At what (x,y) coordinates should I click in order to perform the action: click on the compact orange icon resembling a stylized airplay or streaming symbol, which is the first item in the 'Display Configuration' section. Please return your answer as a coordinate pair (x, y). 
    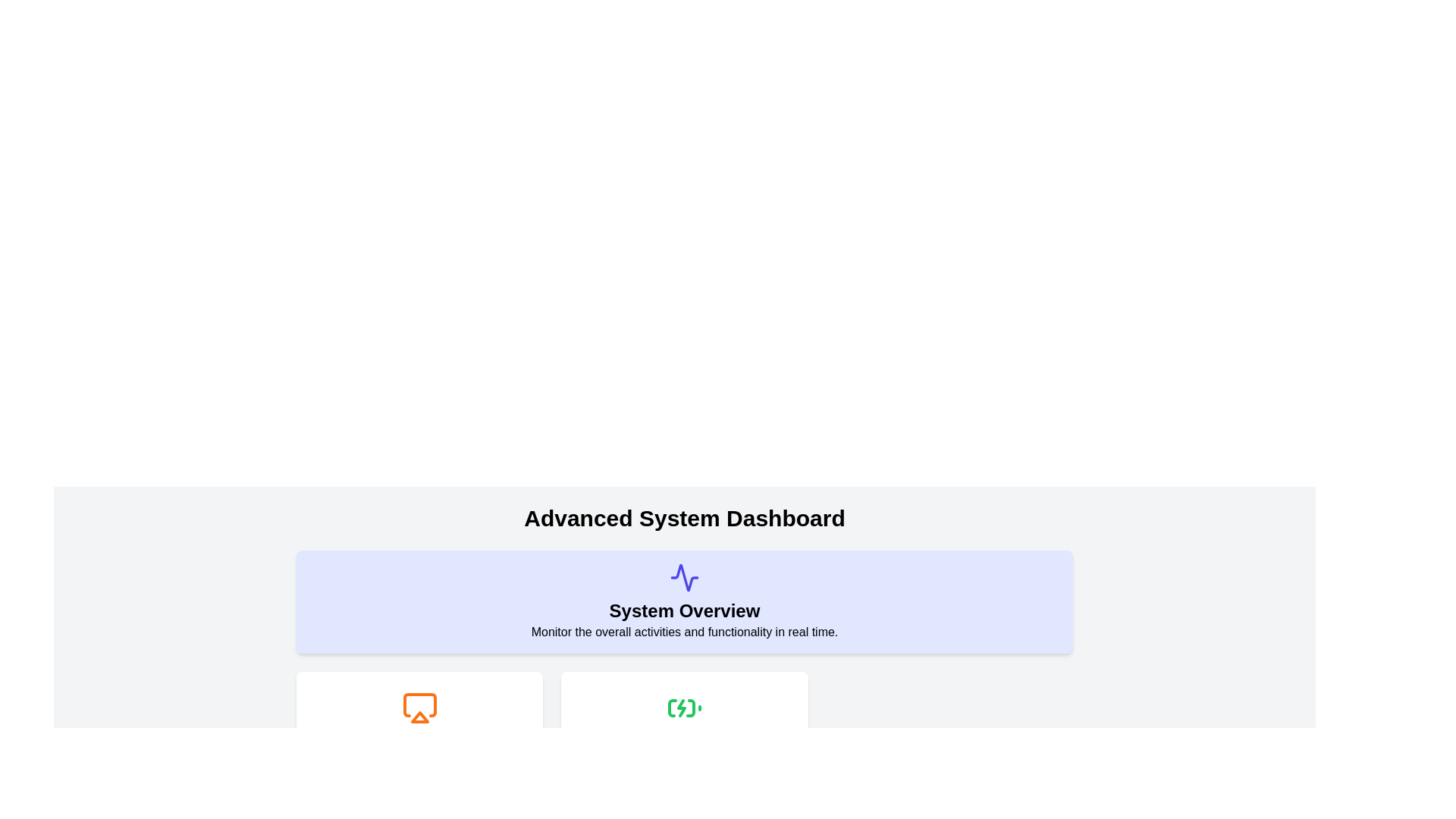
    Looking at the image, I should click on (419, 708).